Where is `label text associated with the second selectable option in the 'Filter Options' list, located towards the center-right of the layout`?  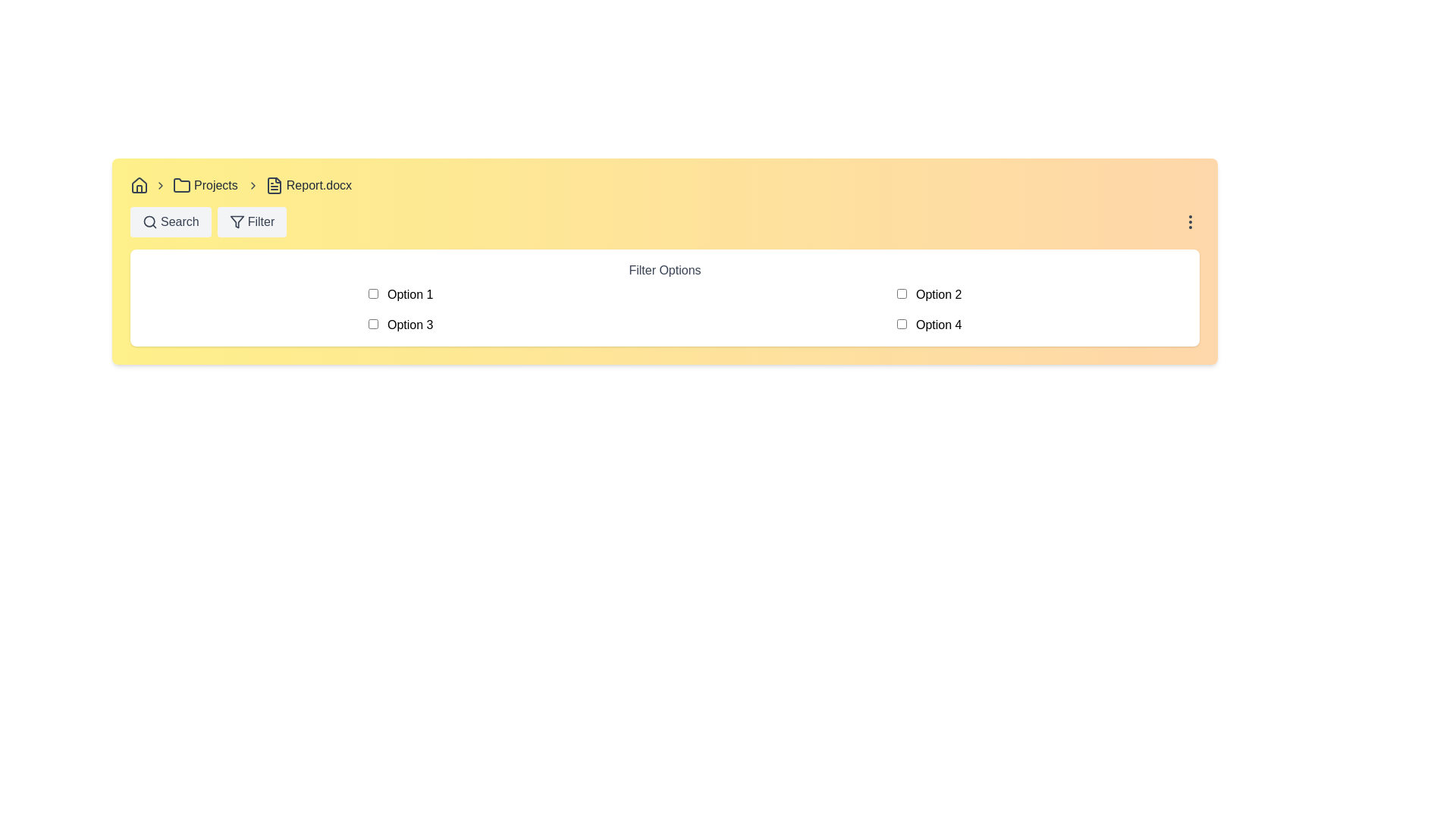 label text associated with the second selectable option in the 'Filter Options' list, located towards the center-right of the layout is located at coordinates (928, 295).